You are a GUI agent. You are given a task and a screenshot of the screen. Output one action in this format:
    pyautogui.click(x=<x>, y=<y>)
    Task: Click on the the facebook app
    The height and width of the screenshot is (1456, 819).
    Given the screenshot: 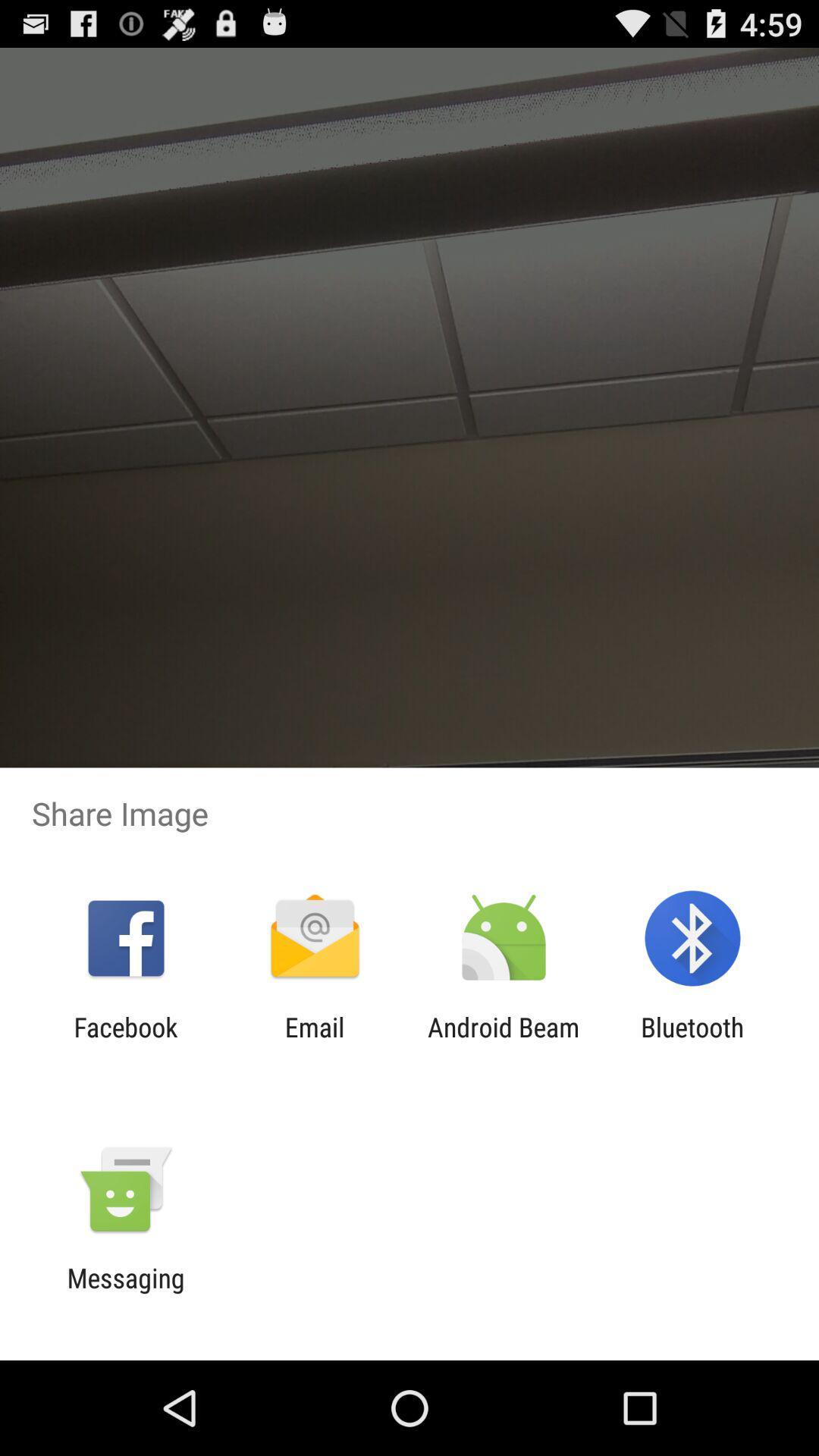 What is the action you would take?
    pyautogui.click(x=125, y=1042)
    